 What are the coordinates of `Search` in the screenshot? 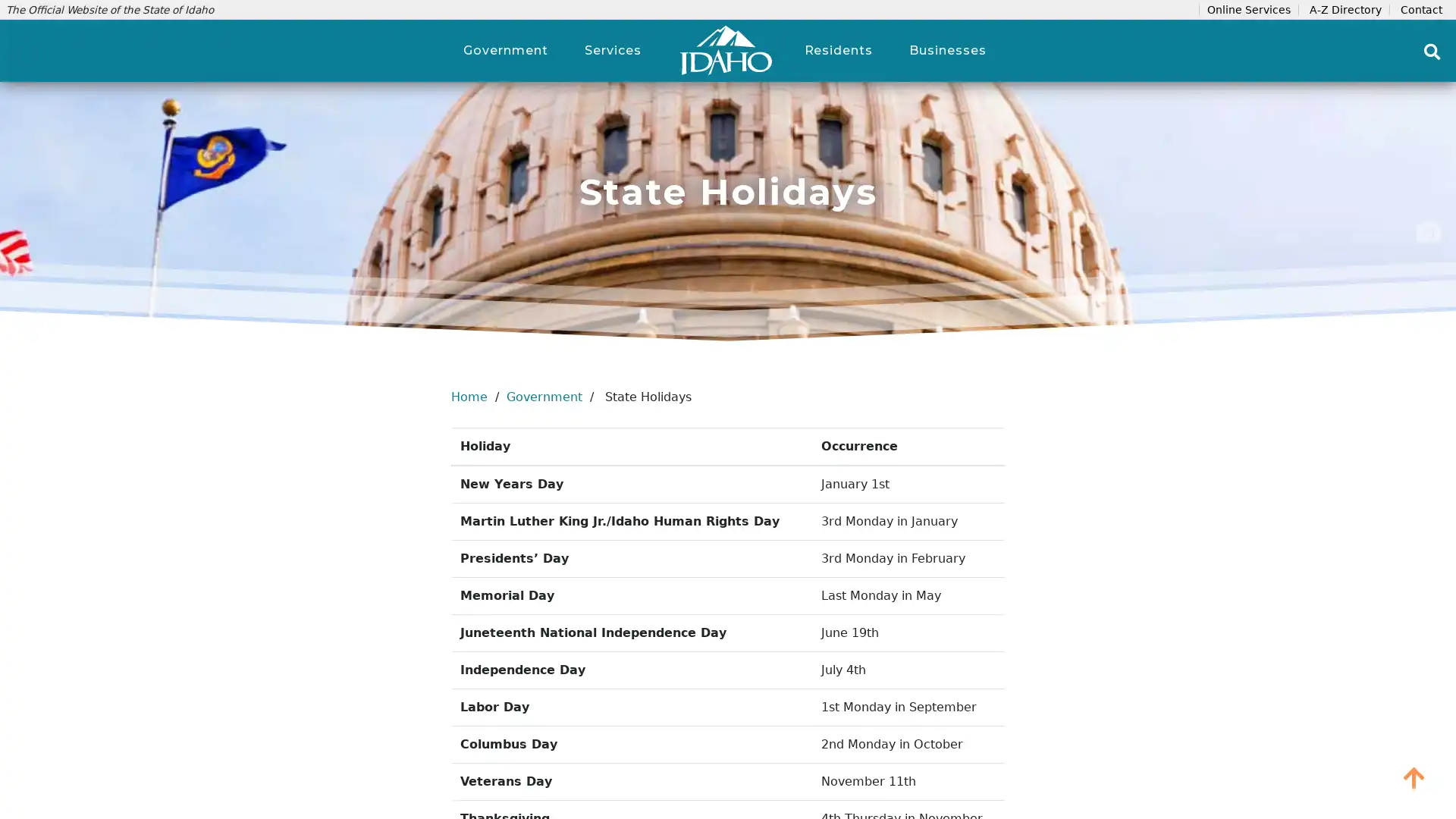 It's located at (1432, 51).